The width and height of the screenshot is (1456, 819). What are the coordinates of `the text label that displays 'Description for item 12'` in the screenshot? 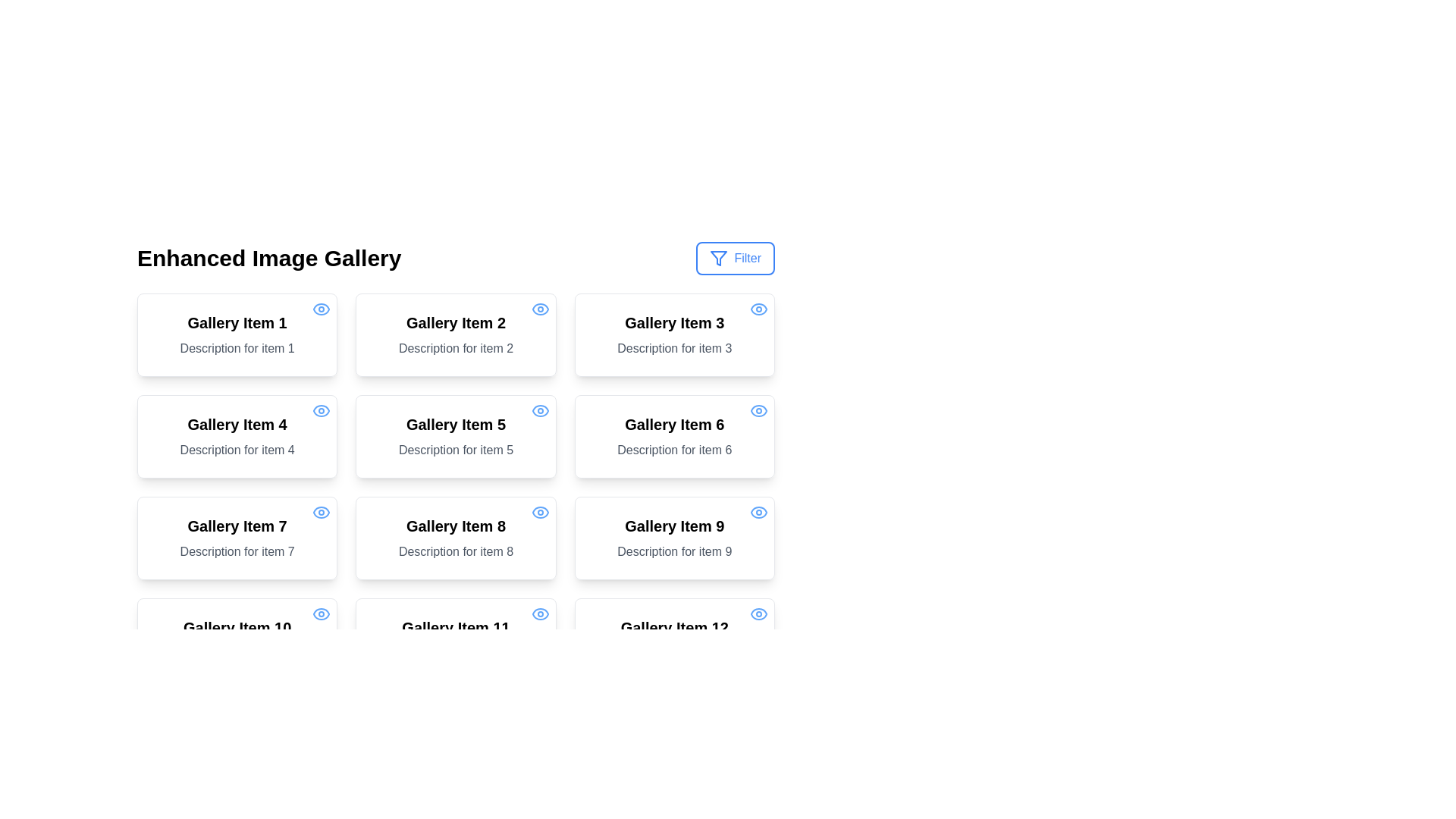 It's located at (673, 652).